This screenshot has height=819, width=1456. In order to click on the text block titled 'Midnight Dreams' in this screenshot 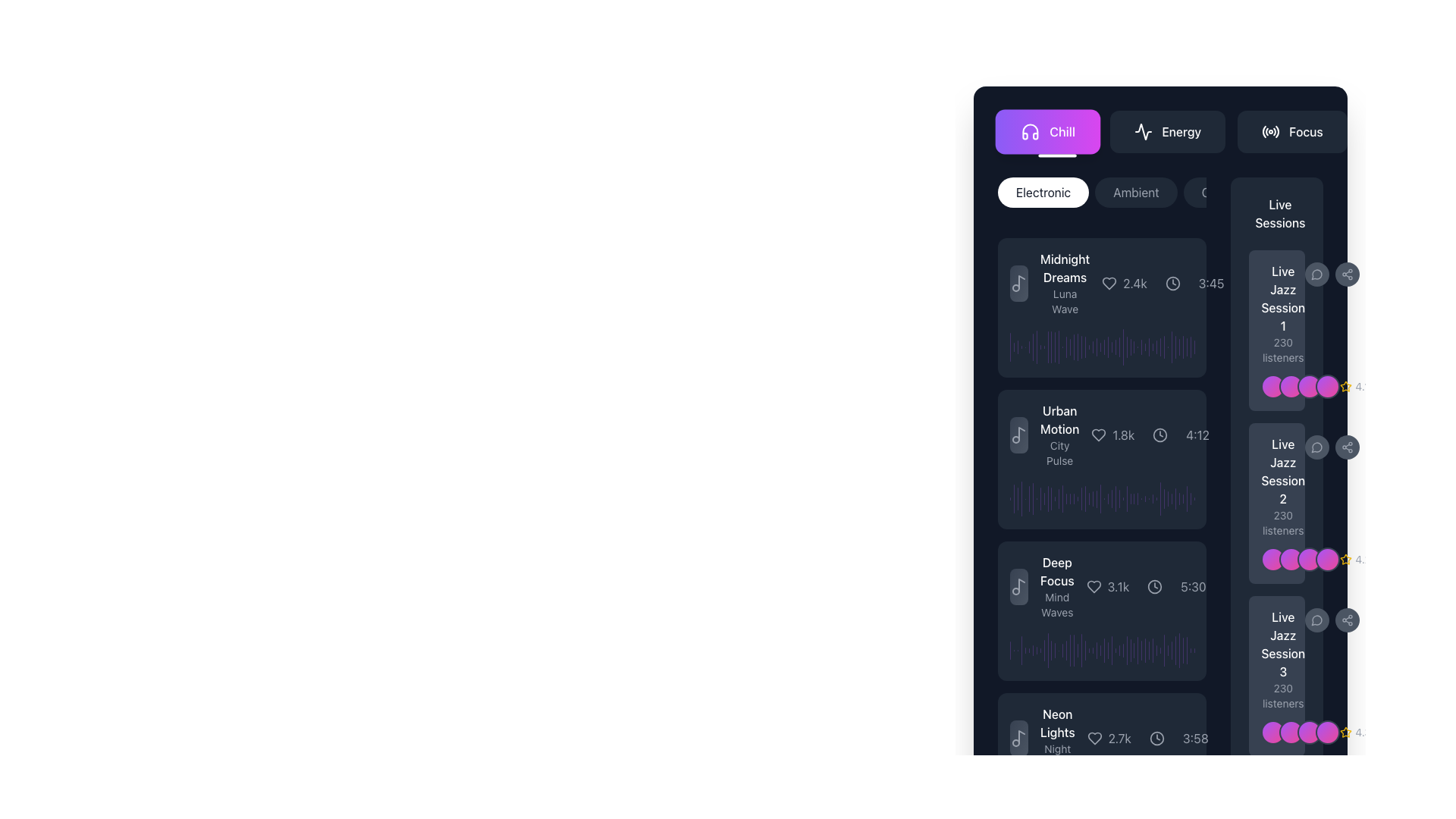, I will do `click(1064, 284)`.